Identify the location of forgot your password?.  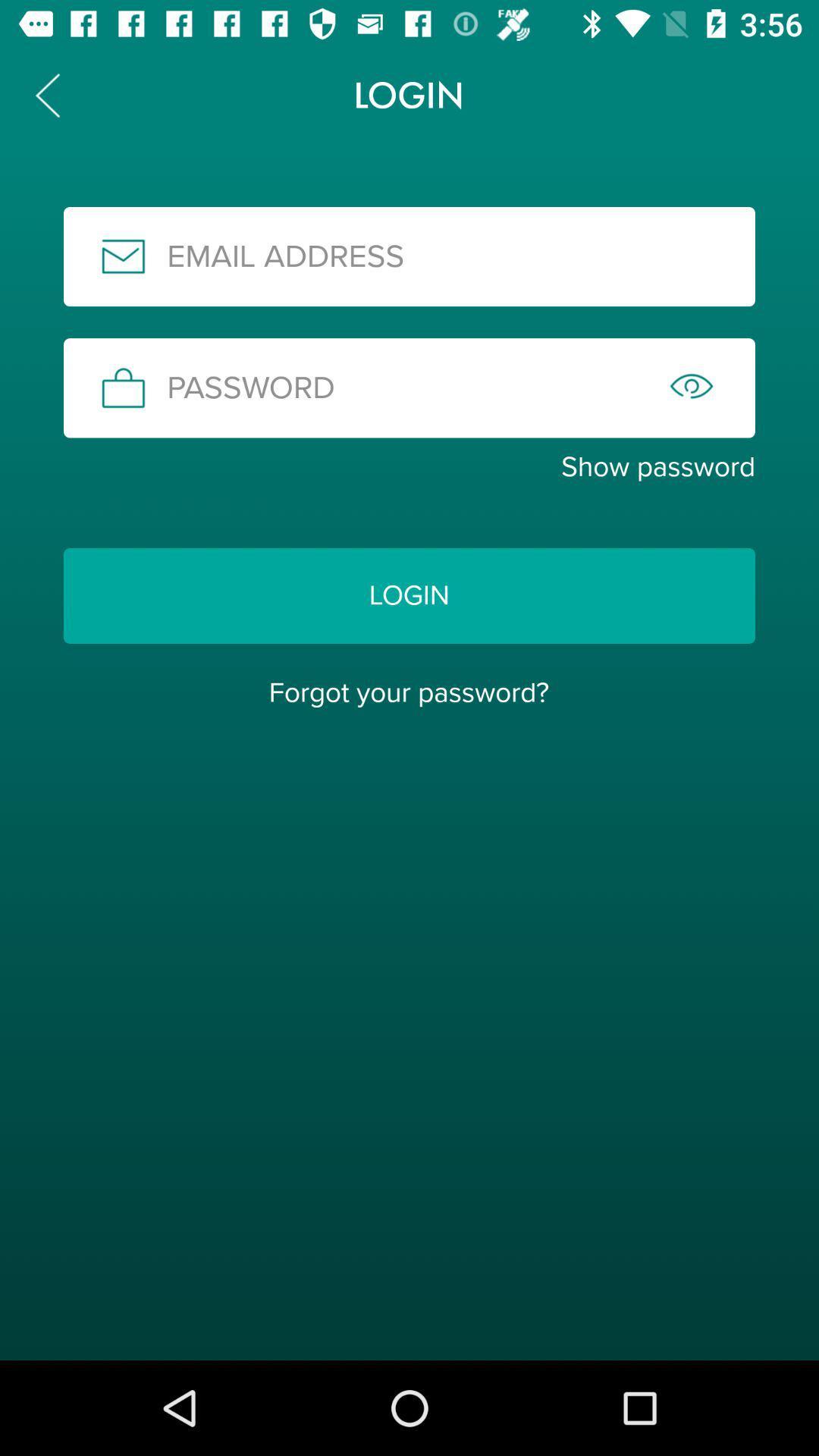
(408, 692).